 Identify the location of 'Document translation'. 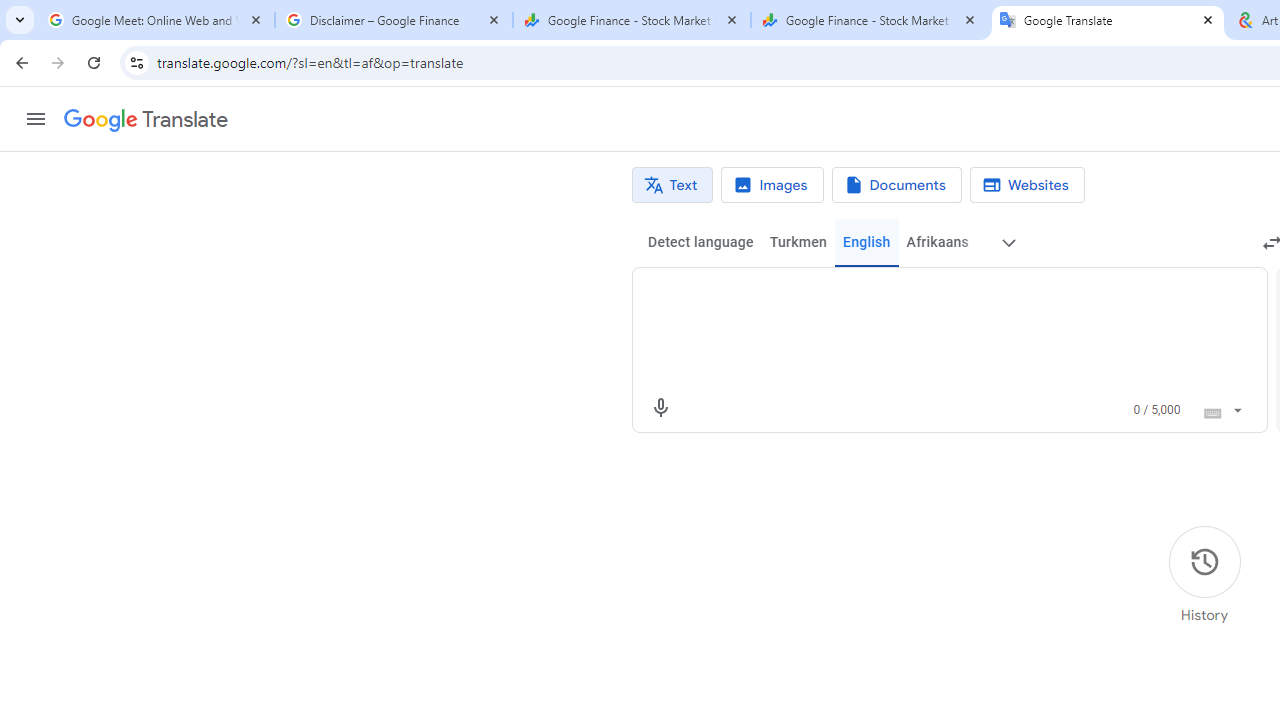
(895, 185).